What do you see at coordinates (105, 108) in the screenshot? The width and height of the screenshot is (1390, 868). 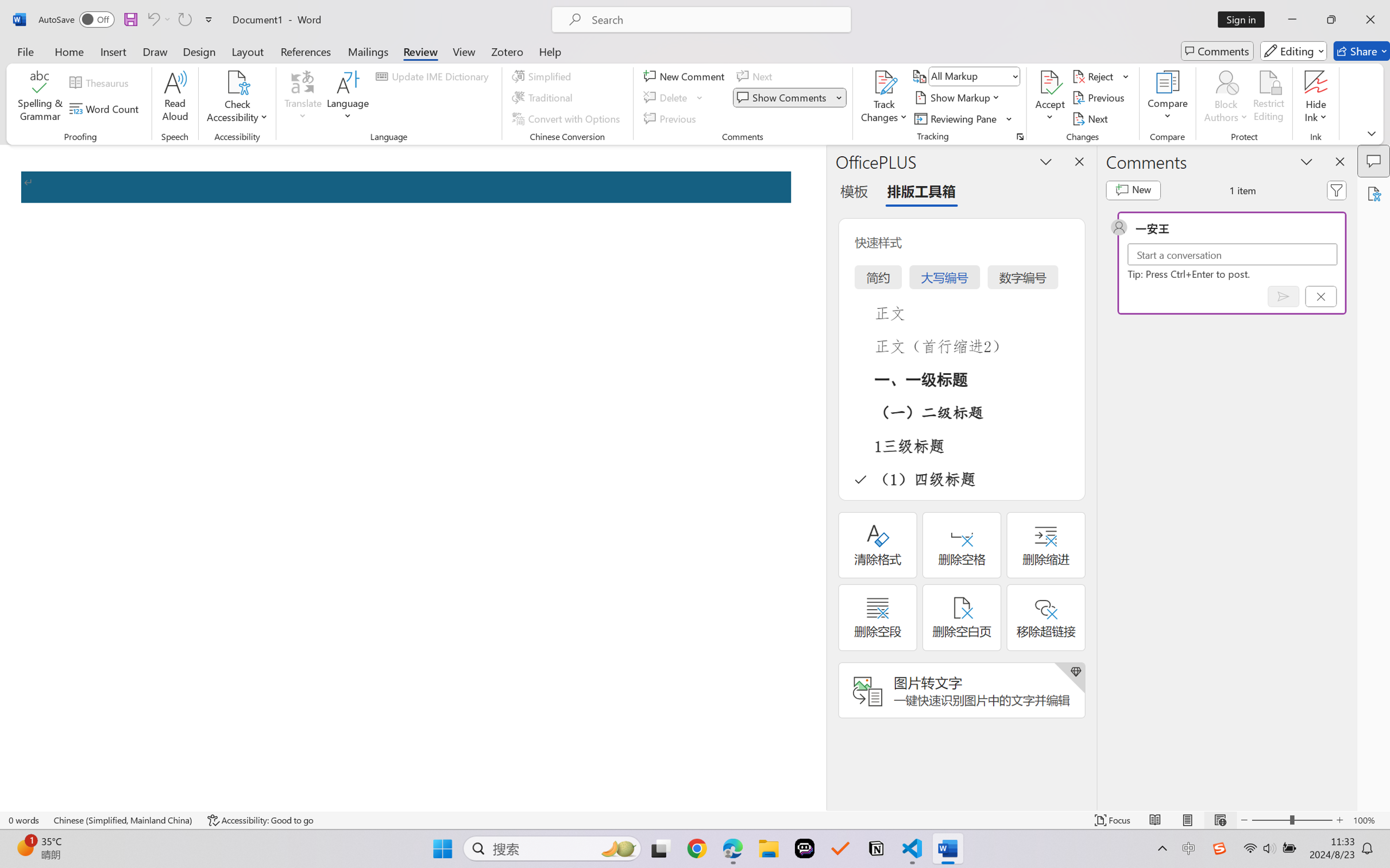 I see `'Word Count'` at bounding box center [105, 108].